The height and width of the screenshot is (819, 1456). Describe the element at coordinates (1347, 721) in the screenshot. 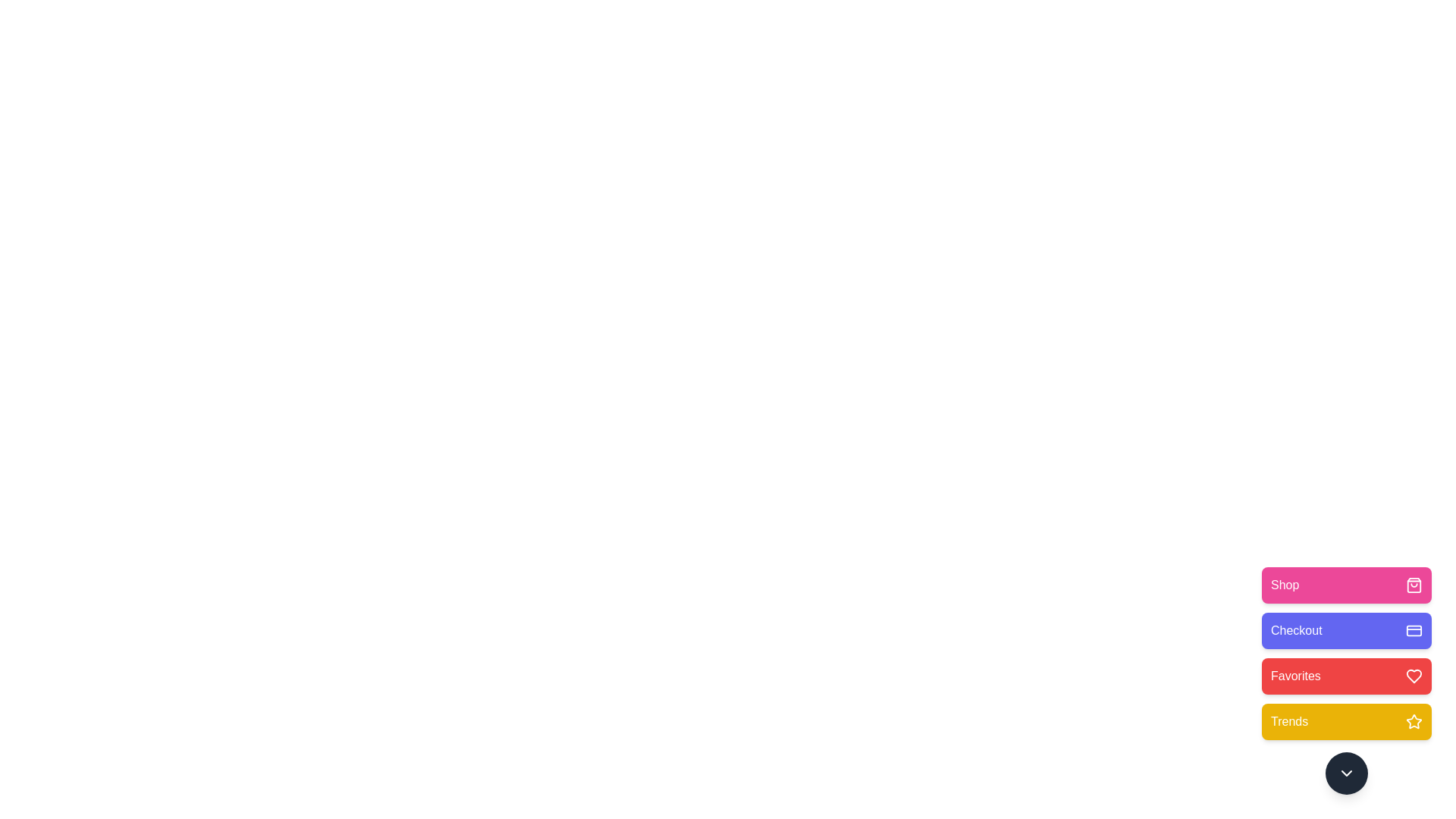

I see `the Trends button to observe its transition effect` at that location.